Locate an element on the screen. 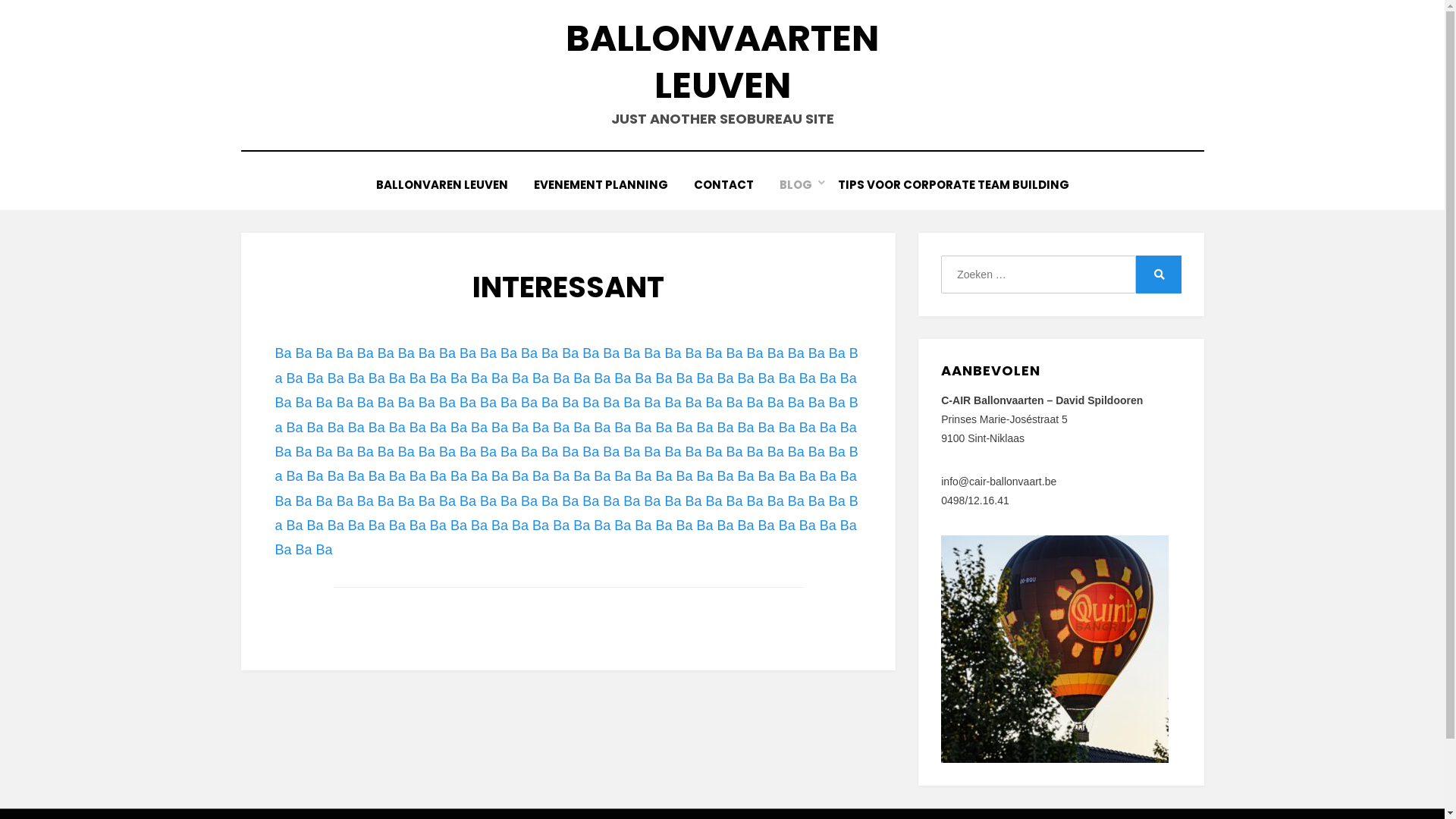 This screenshot has width=1456, height=819. 'BLOG' is located at coordinates (794, 184).